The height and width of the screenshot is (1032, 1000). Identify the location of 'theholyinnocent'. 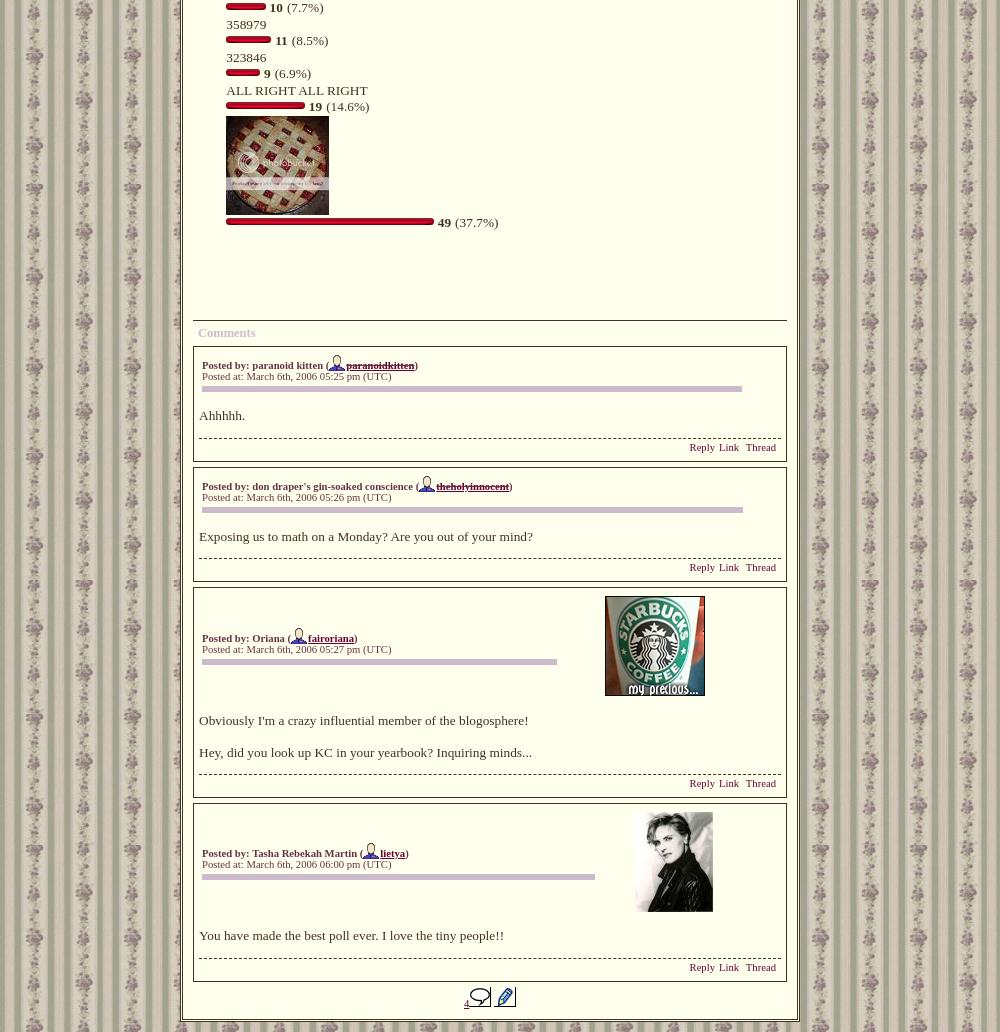
(471, 484).